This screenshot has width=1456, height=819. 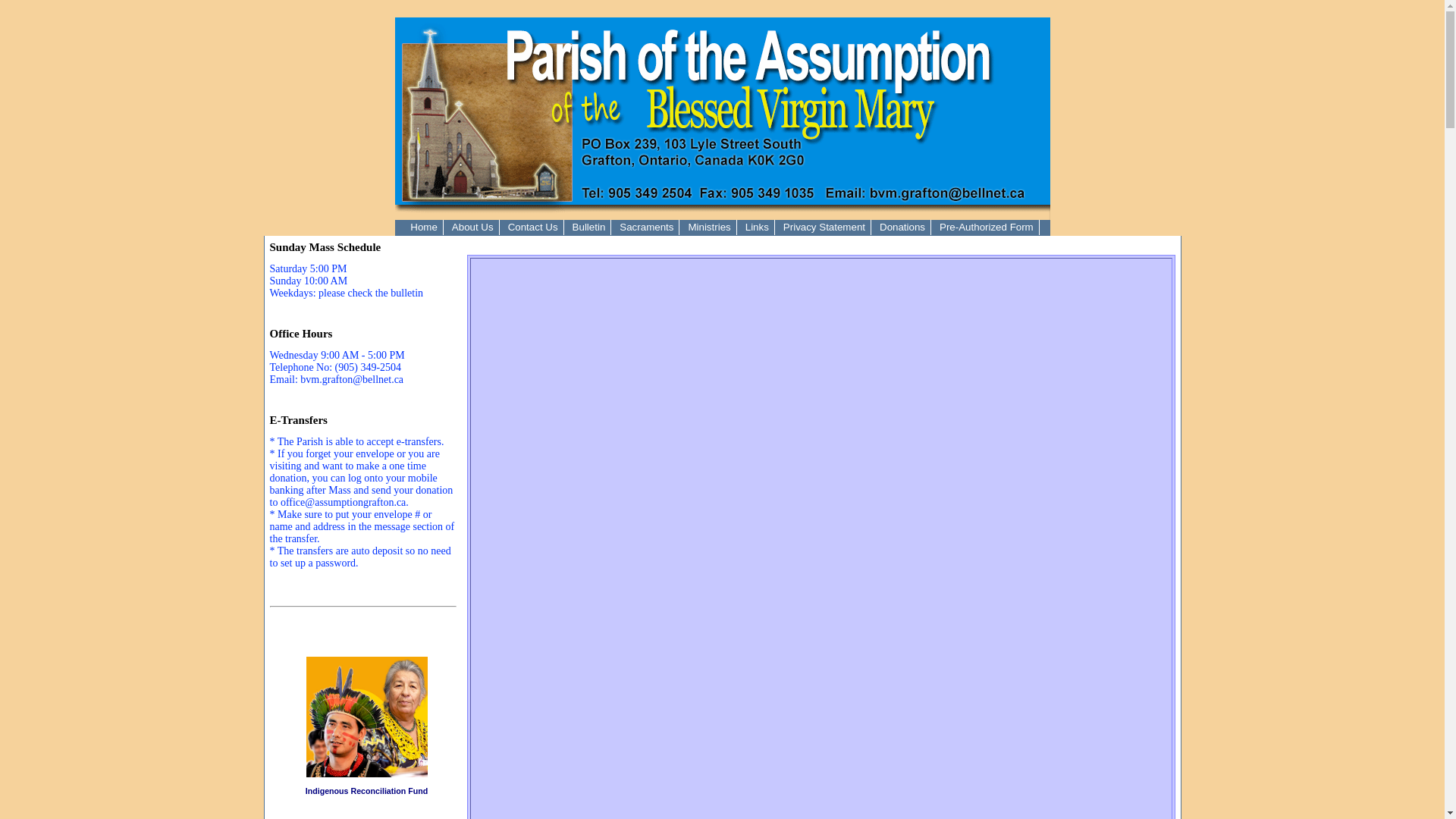 I want to click on 'Donations', so click(x=902, y=227).